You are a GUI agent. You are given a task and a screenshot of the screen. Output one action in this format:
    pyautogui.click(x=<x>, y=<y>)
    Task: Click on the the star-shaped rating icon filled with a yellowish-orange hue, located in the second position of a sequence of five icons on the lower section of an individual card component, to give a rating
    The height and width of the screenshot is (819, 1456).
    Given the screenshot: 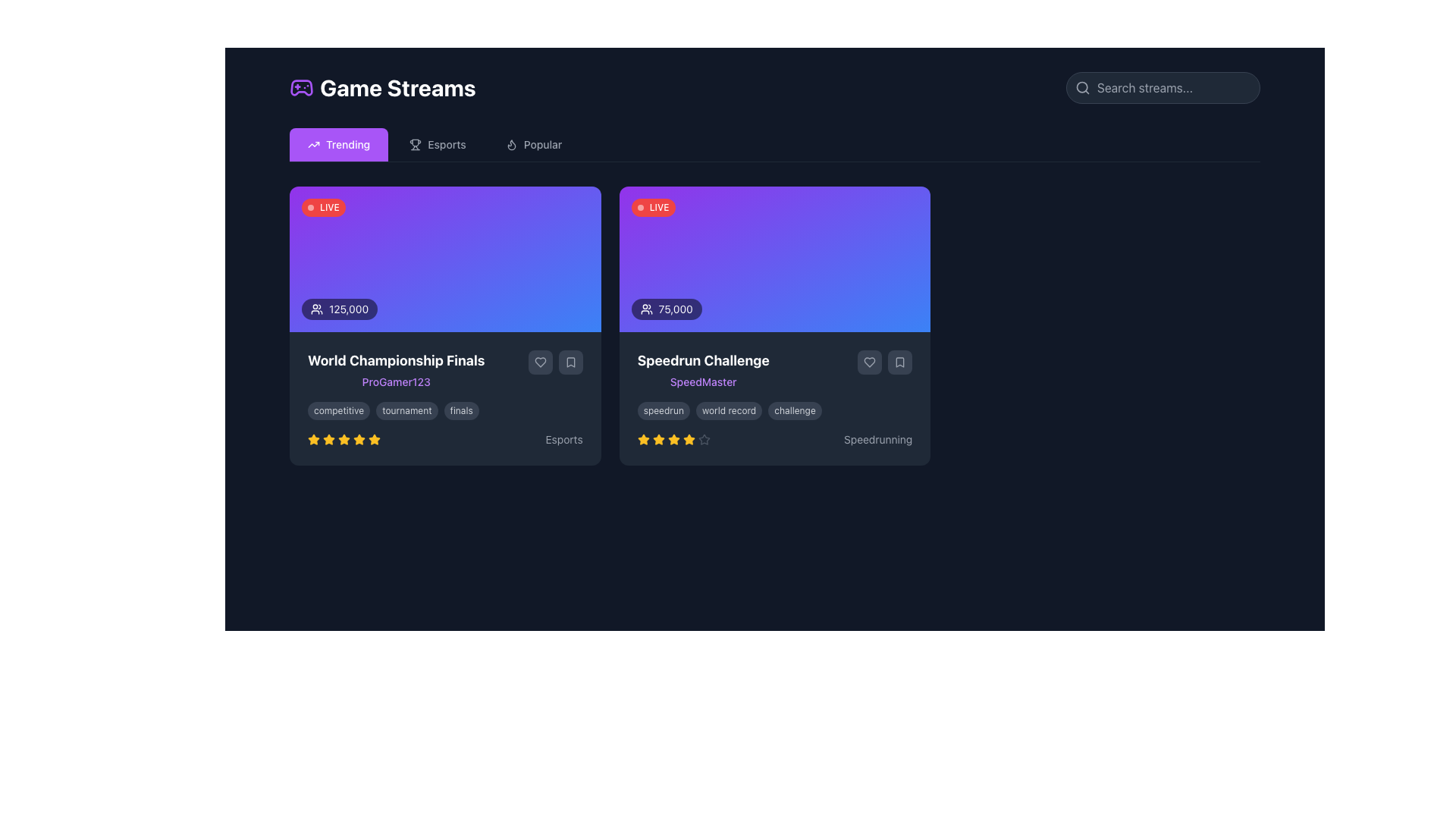 What is the action you would take?
    pyautogui.click(x=688, y=439)
    